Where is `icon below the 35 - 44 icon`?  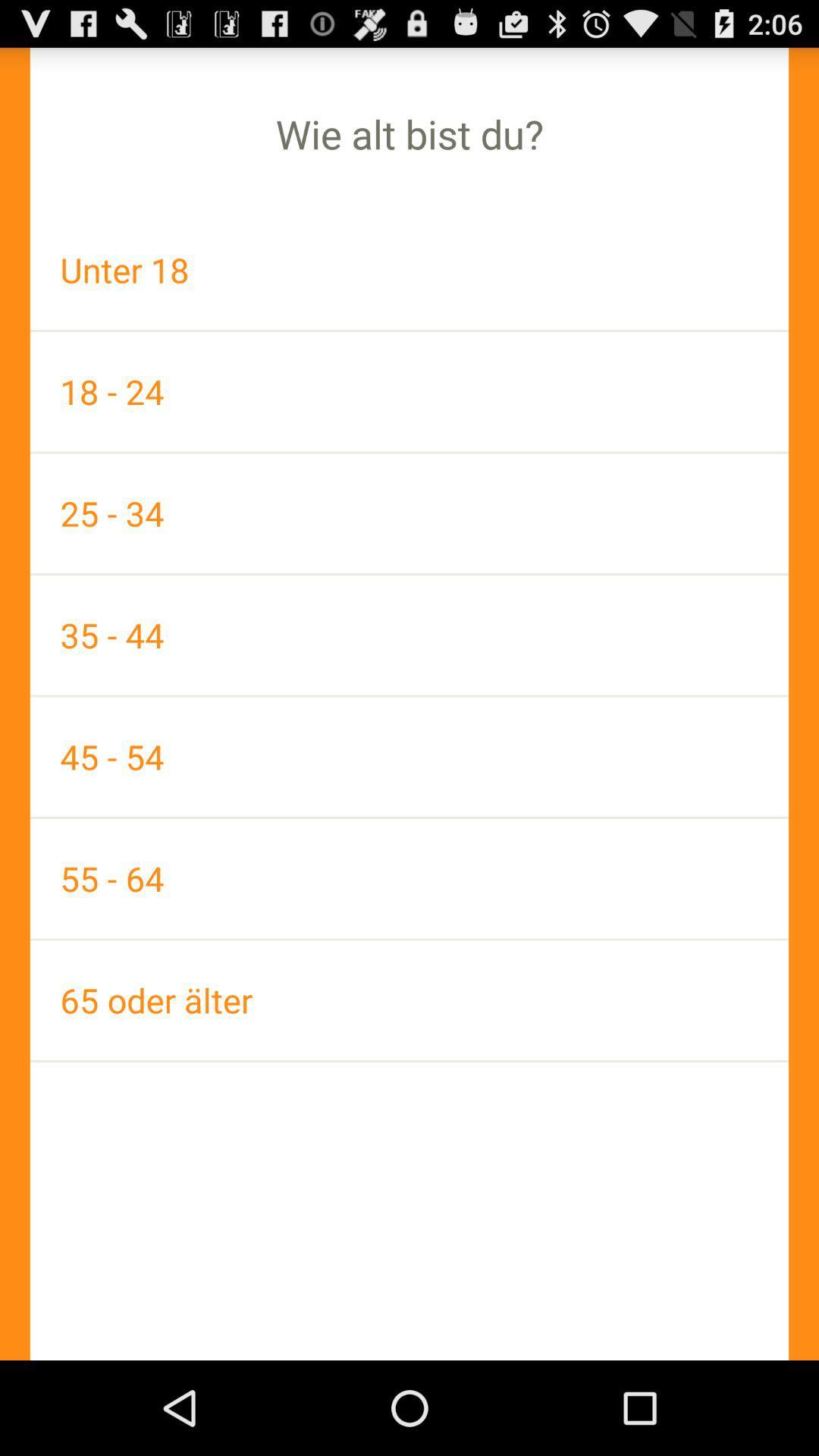
icon below the 35 - 44 icon is located at coordinates (409, 757).